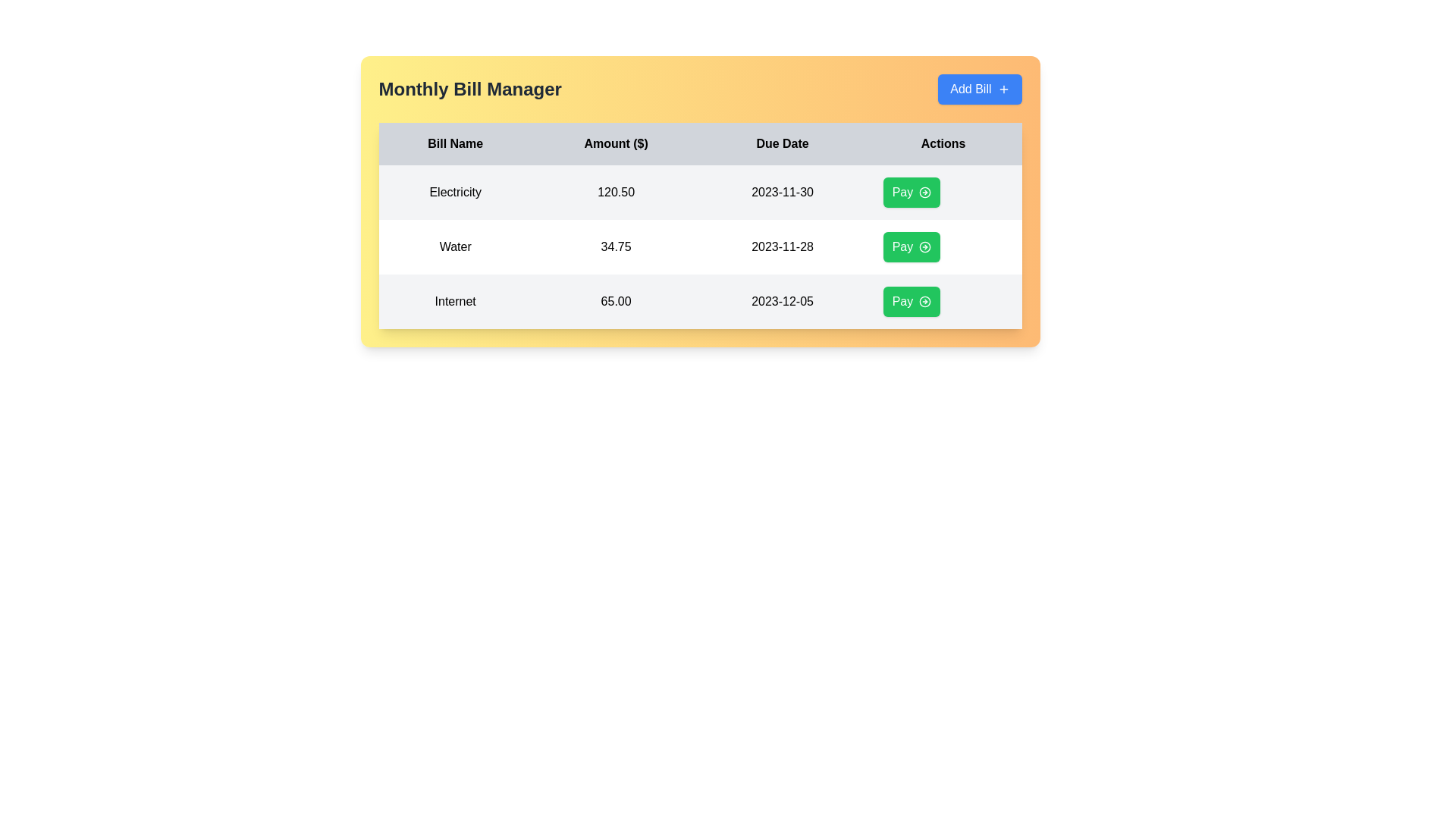  Describe the element at coordinates (943, 143) in the screenshot. I see `the 'Actions' column header in the table, which is the last column after 'Bill Name,' 'Amount ($),' and 'Due Date.'` at that location.